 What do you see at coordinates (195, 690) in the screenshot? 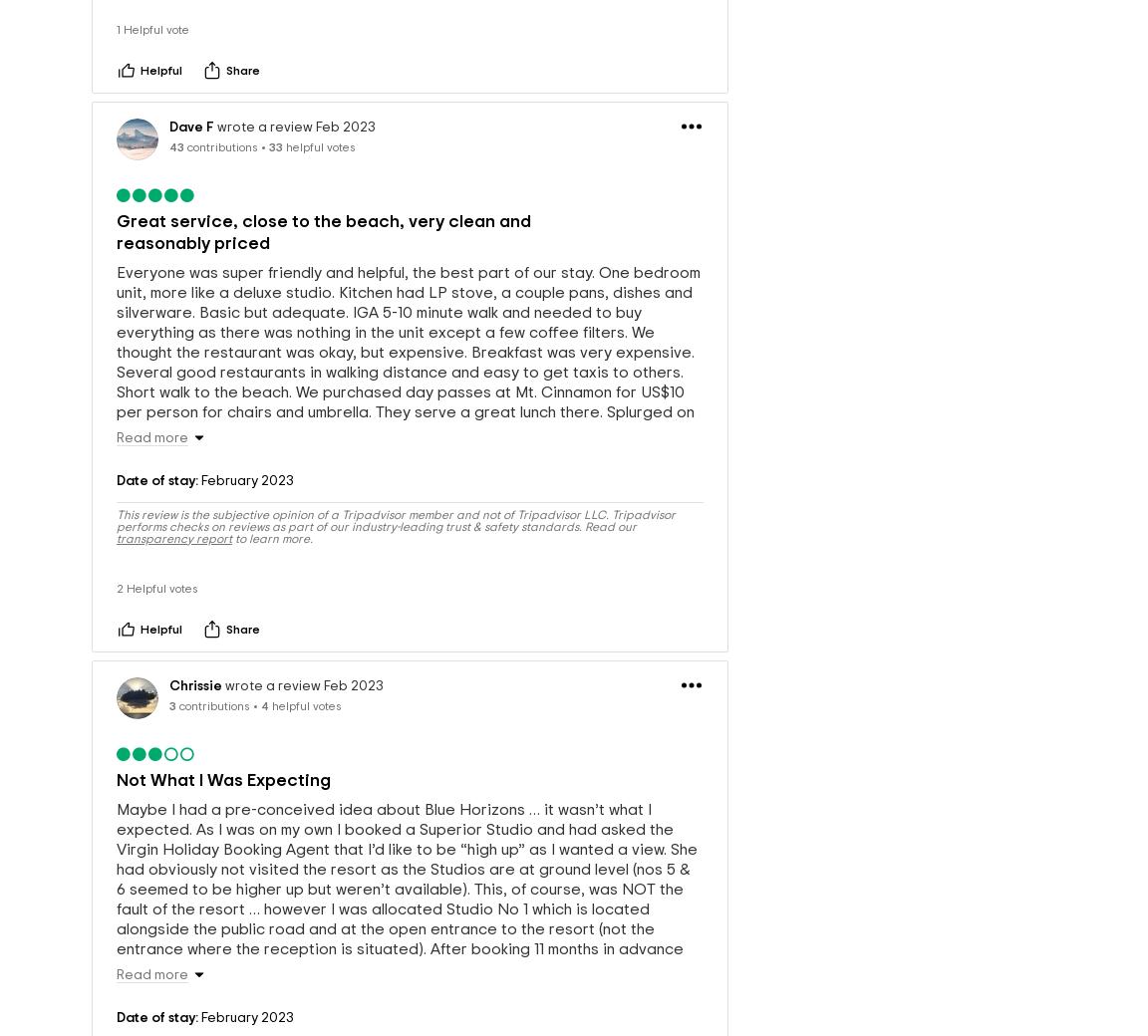
I see `'Chrissie'` at bounding box center [195, 690].